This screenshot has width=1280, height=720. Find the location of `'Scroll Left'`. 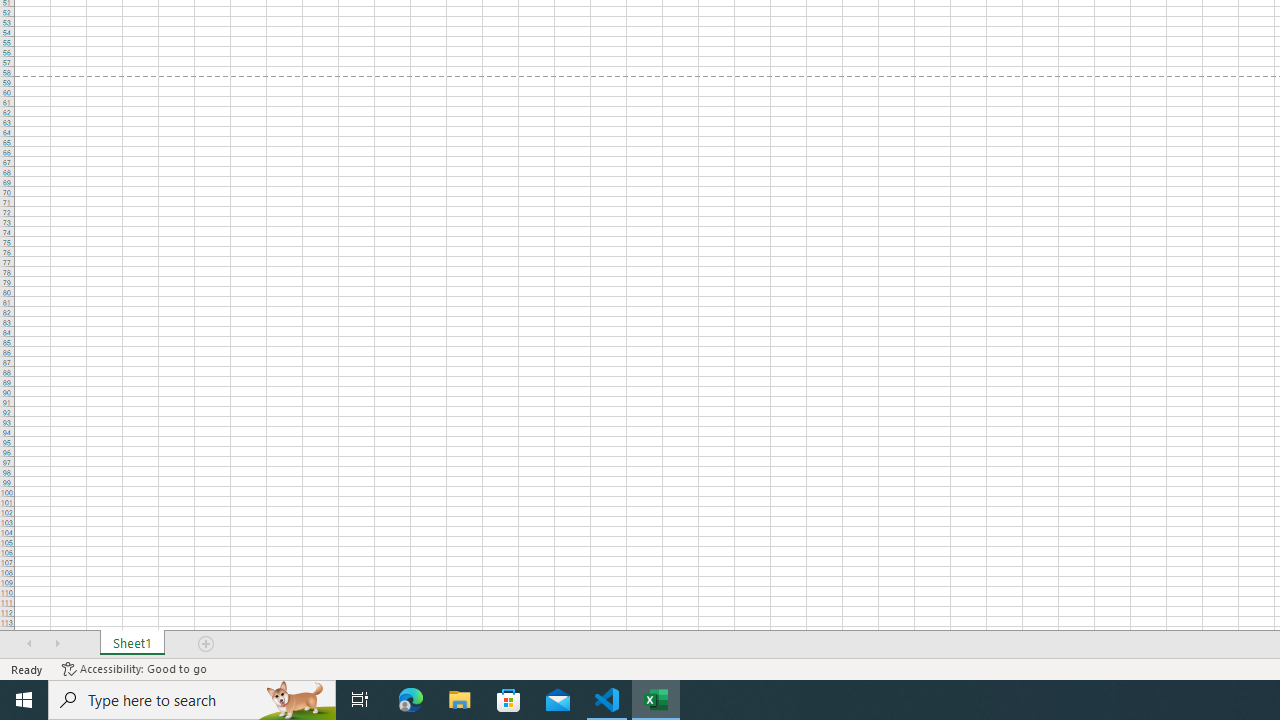

'Scroll Left' is located at coordinates (29, 644).